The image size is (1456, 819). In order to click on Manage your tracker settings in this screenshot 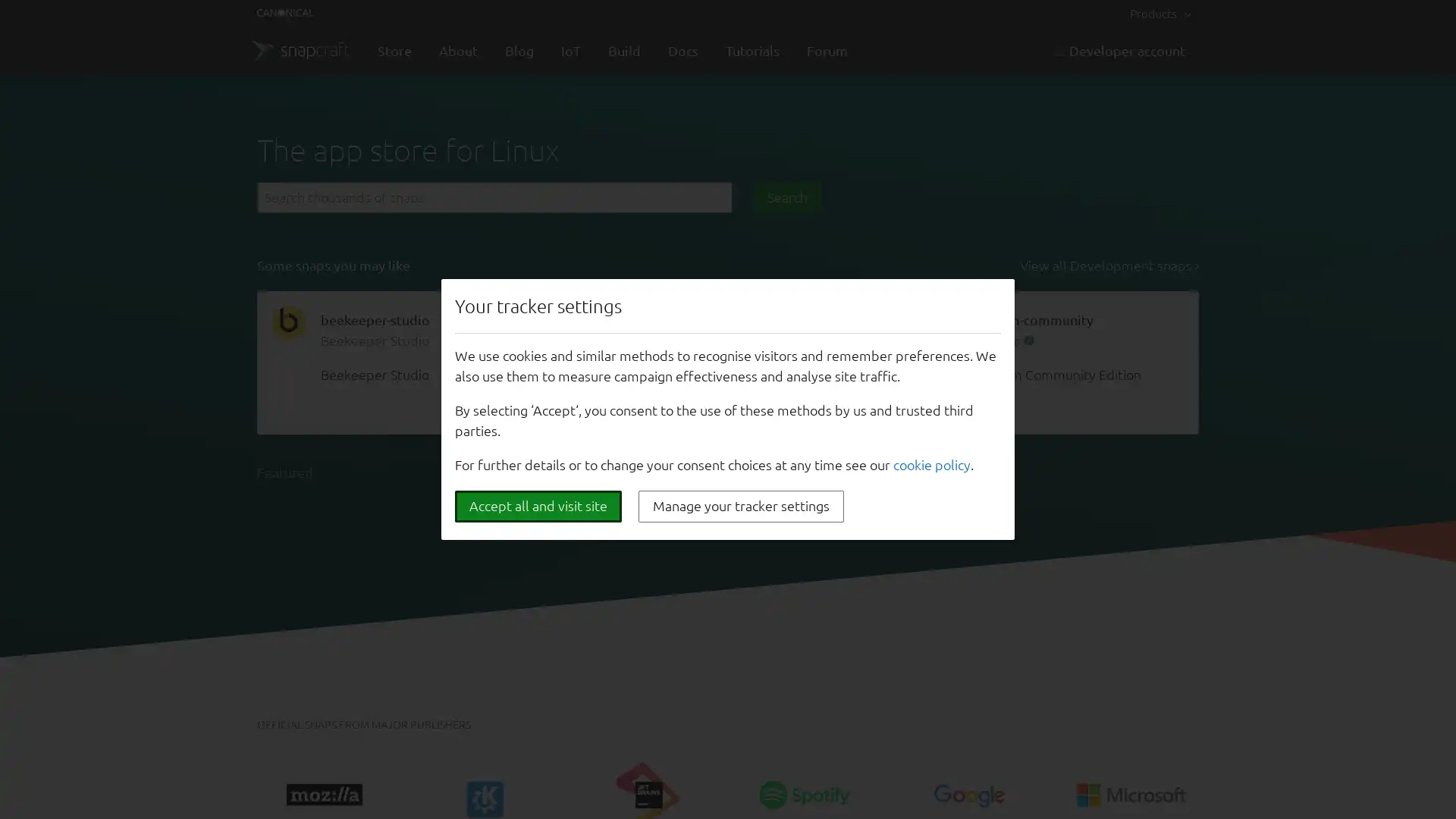, I will do `click(741, 506)`.